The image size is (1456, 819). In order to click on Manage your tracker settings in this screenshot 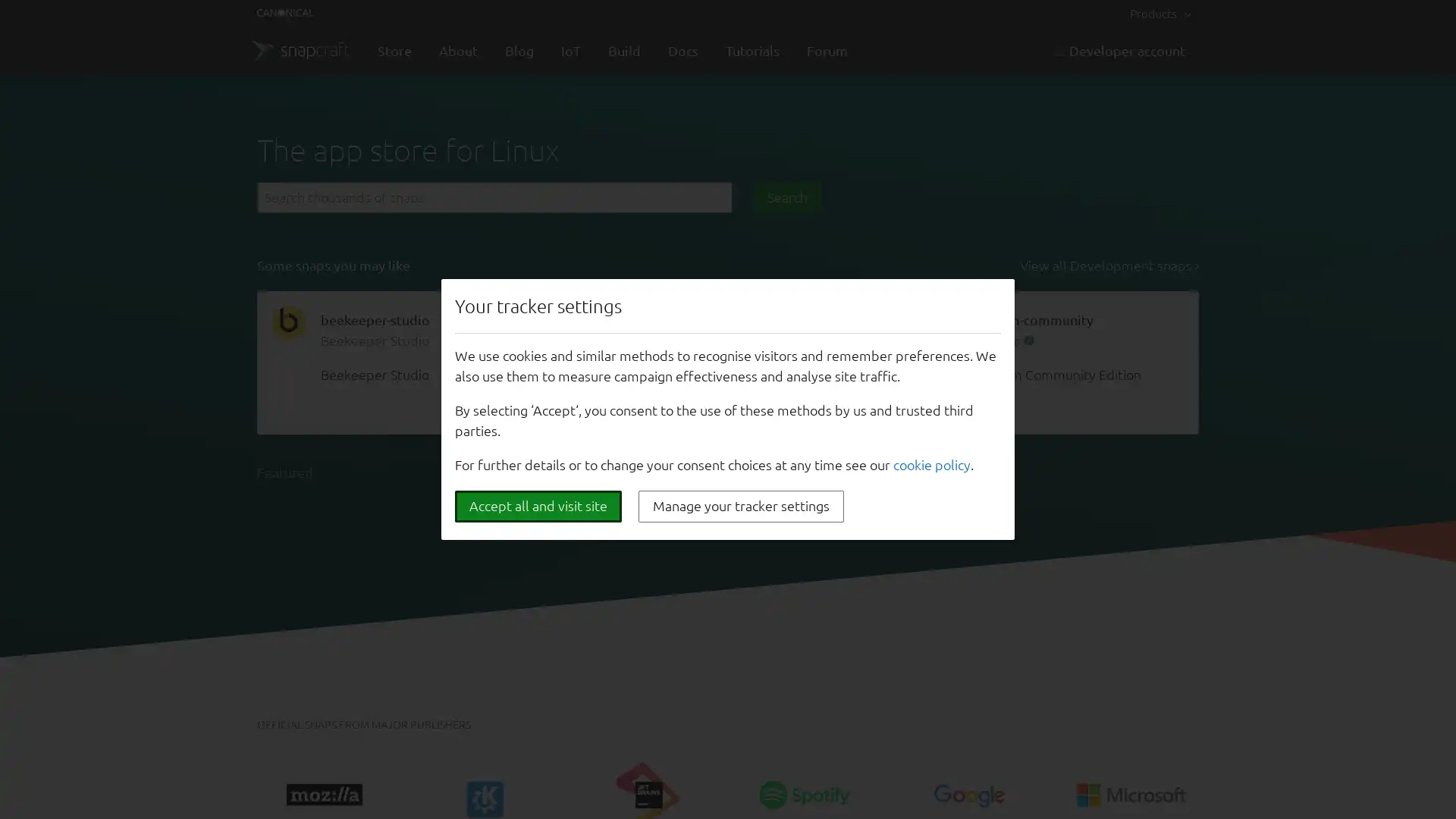, I will do `click(741, 506)`.